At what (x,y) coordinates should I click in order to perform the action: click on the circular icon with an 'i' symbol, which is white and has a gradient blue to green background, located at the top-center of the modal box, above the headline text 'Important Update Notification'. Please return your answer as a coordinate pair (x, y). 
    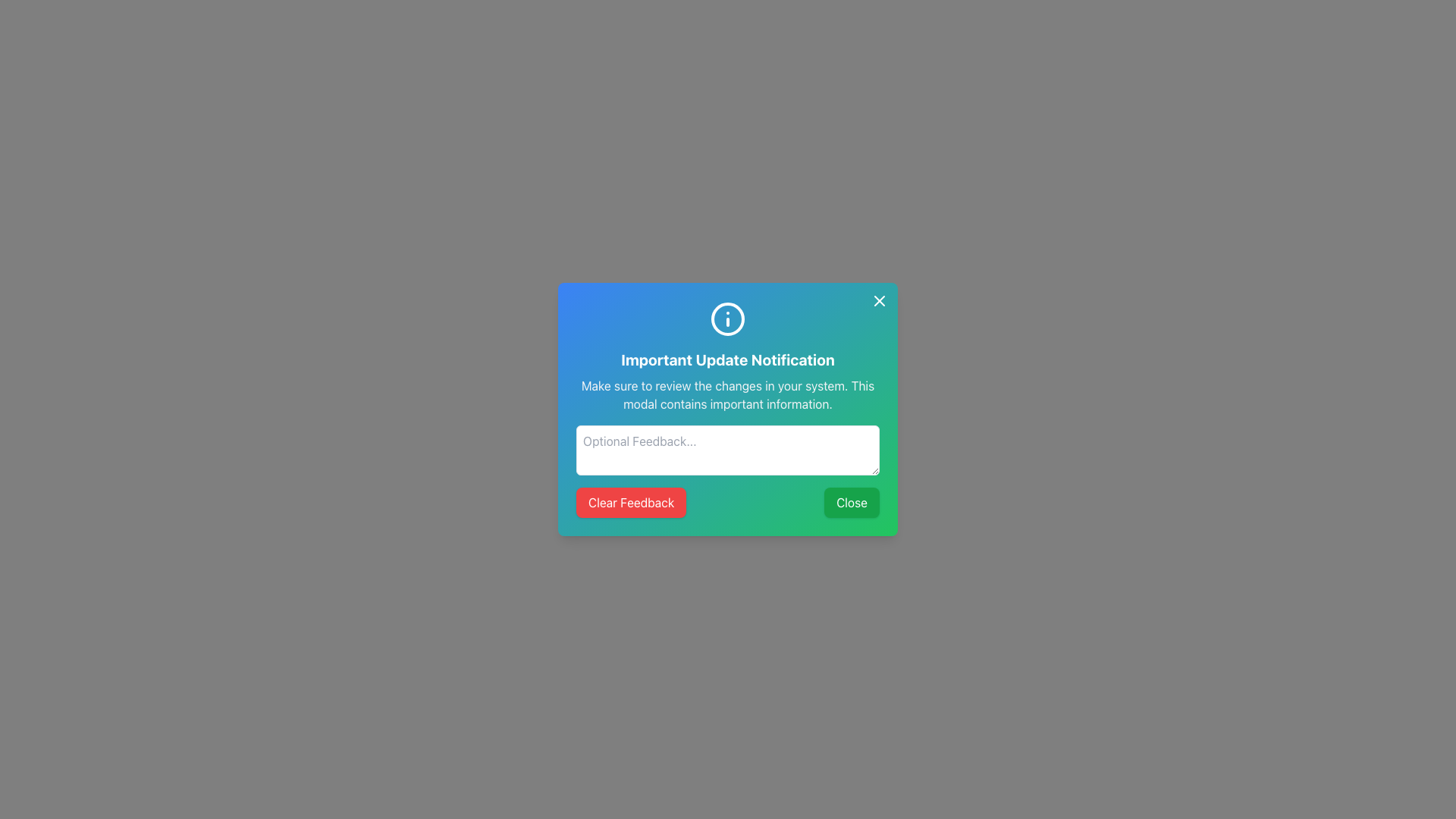
    Looking at the image, I should click on (728, 318).